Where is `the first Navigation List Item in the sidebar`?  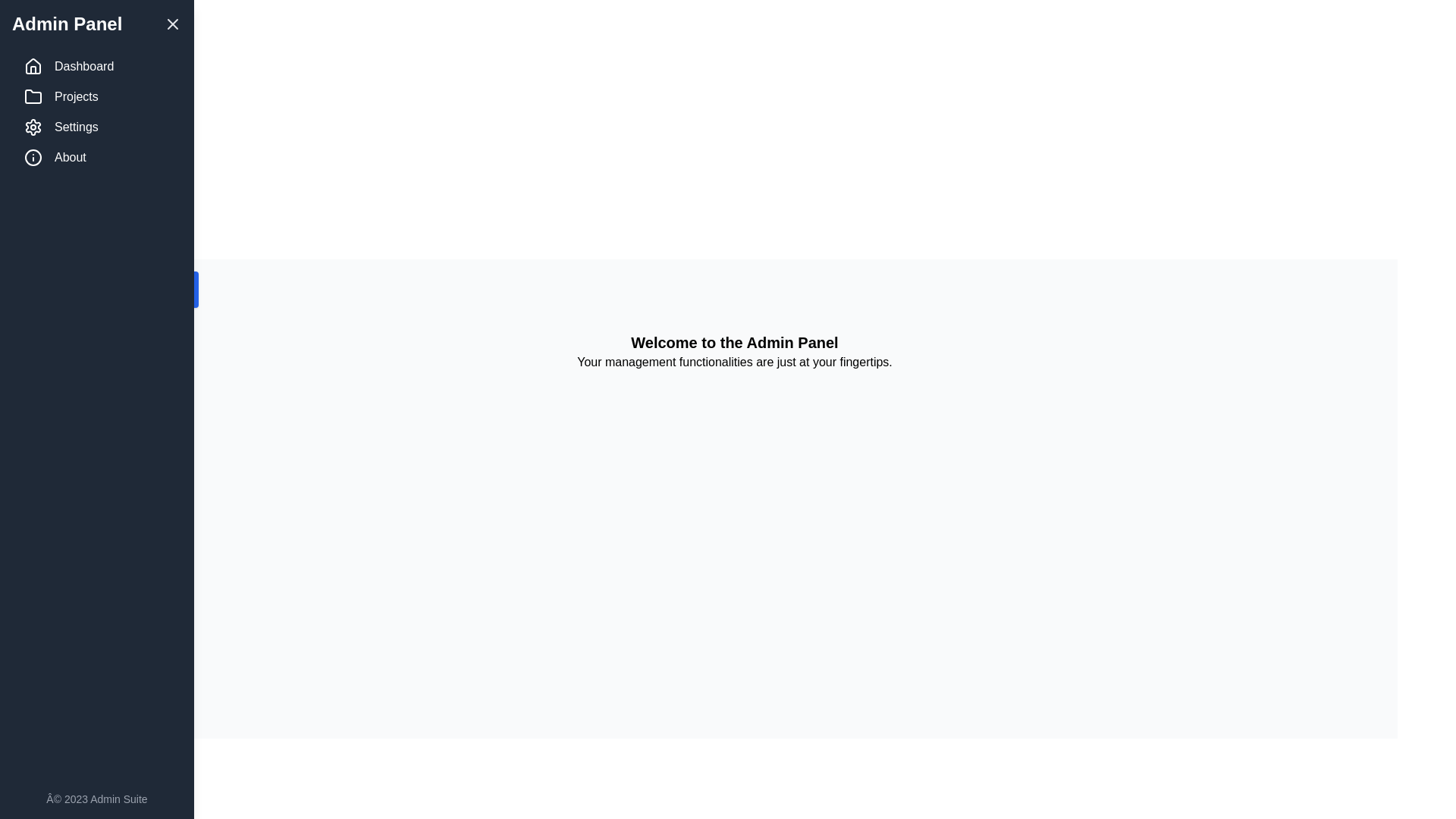 the first Navigation List Item in the sidebar is located at coordinates (96, 66).